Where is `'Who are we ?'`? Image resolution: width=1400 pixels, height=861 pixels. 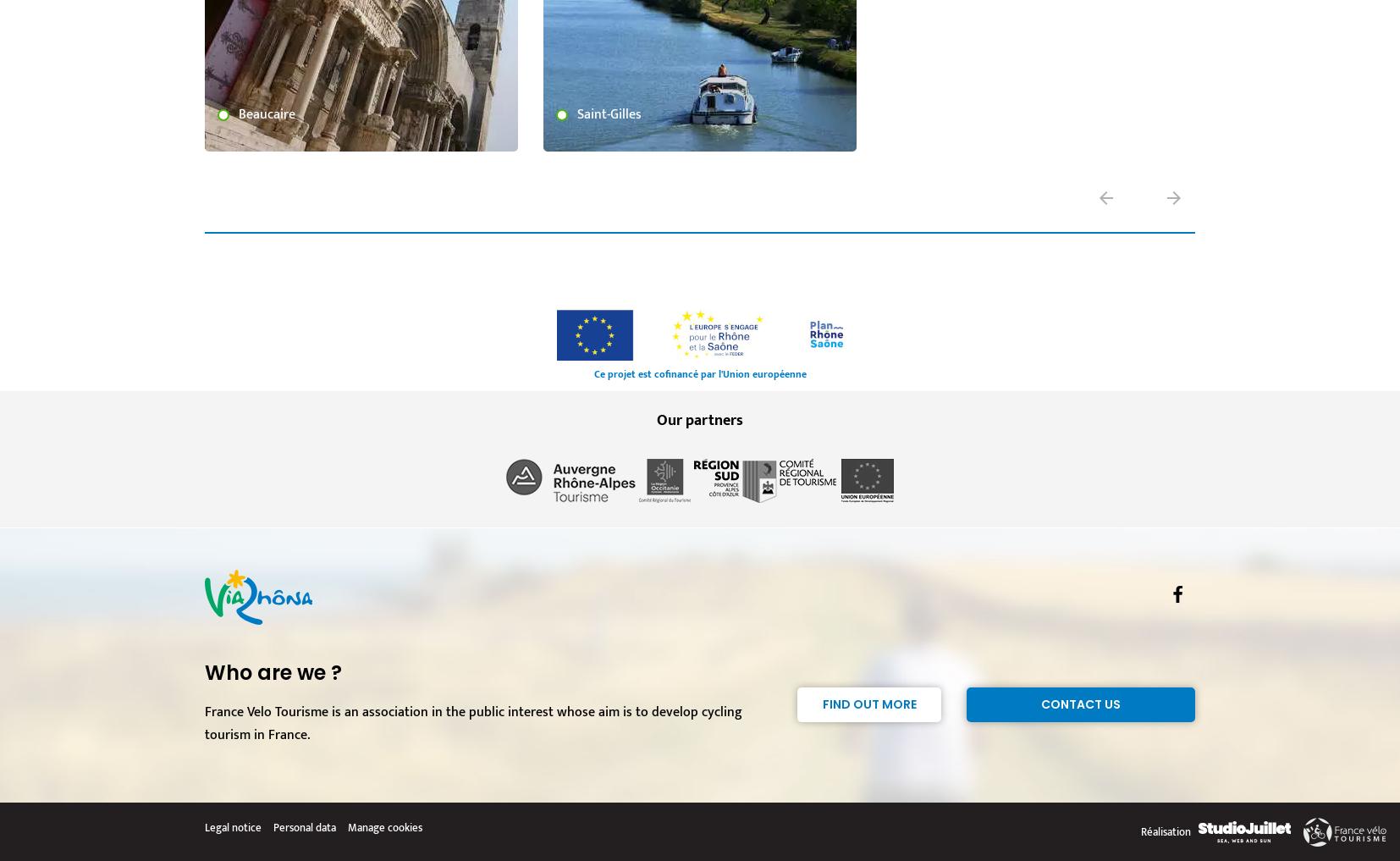 'Who are we ?' is located at coordinates (273, 671).